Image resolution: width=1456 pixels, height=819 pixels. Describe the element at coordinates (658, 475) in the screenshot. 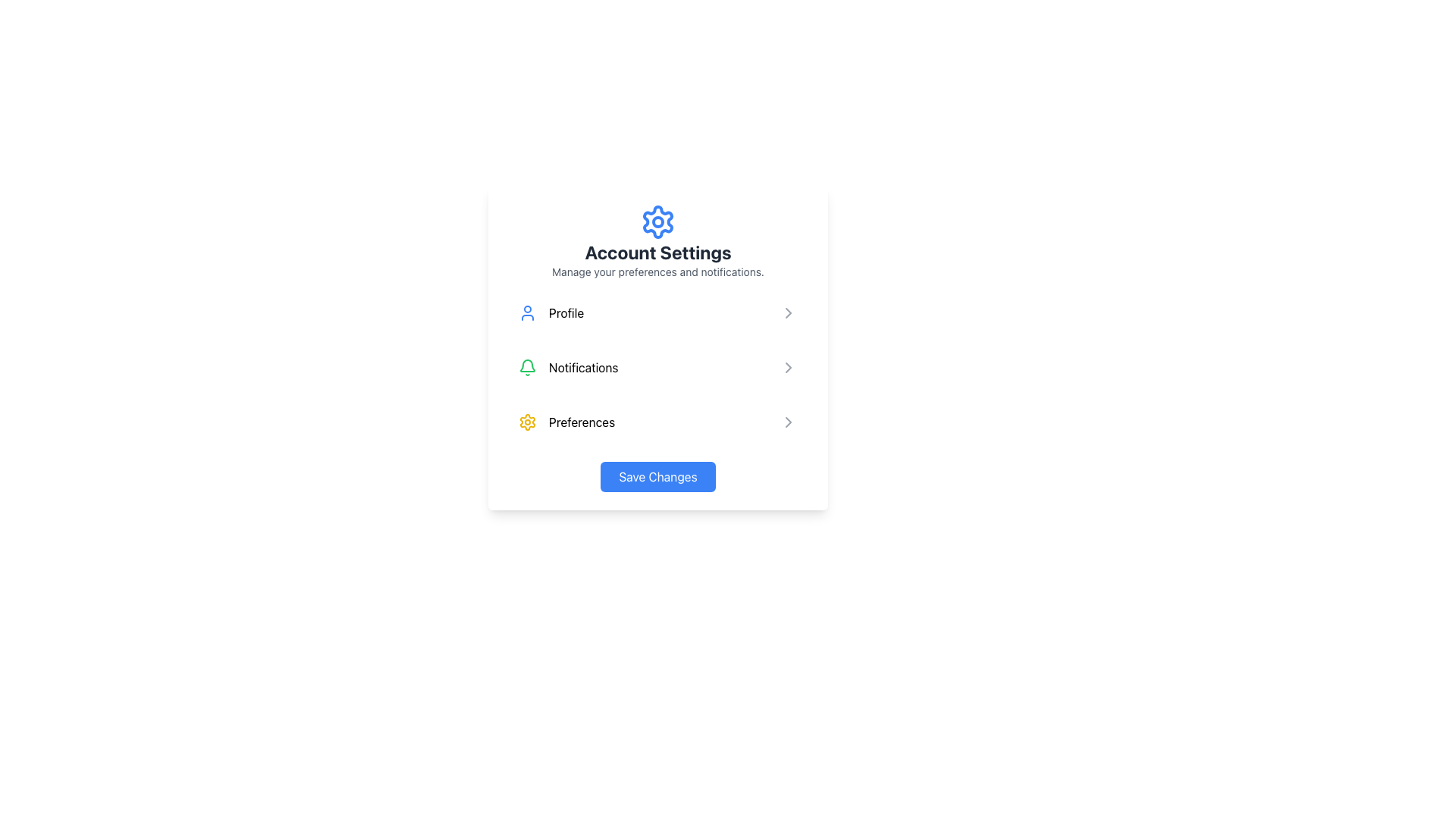

I see `the submission button located at the bottom of the 'Account Settings' section` at that location.